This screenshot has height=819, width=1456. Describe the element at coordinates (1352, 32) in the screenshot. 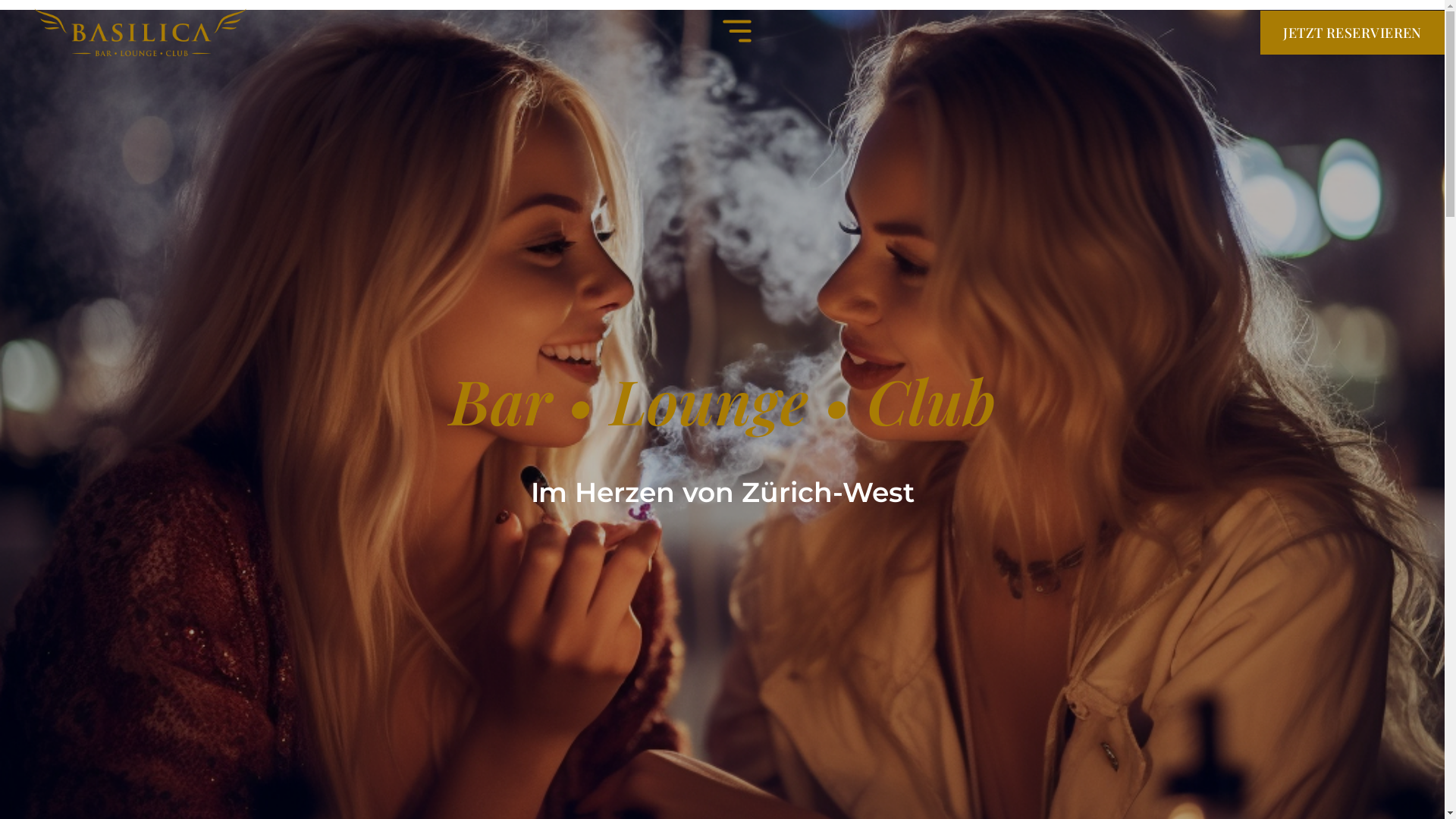

I see `'JETZT RESERVIEREN'` at that location.